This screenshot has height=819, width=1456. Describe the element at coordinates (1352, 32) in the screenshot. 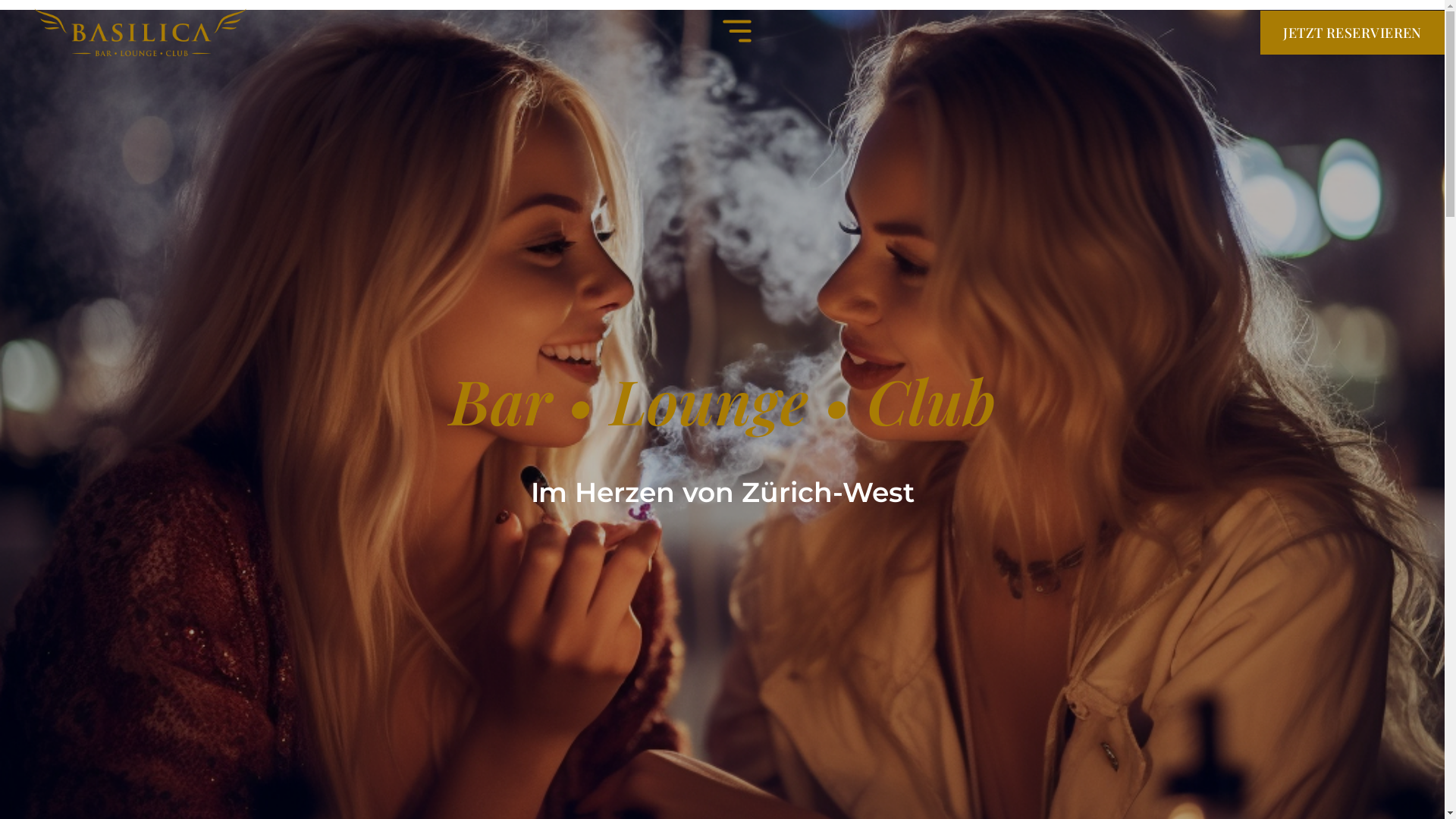

I see `'JETZT RESERVIEREN'` at that location.